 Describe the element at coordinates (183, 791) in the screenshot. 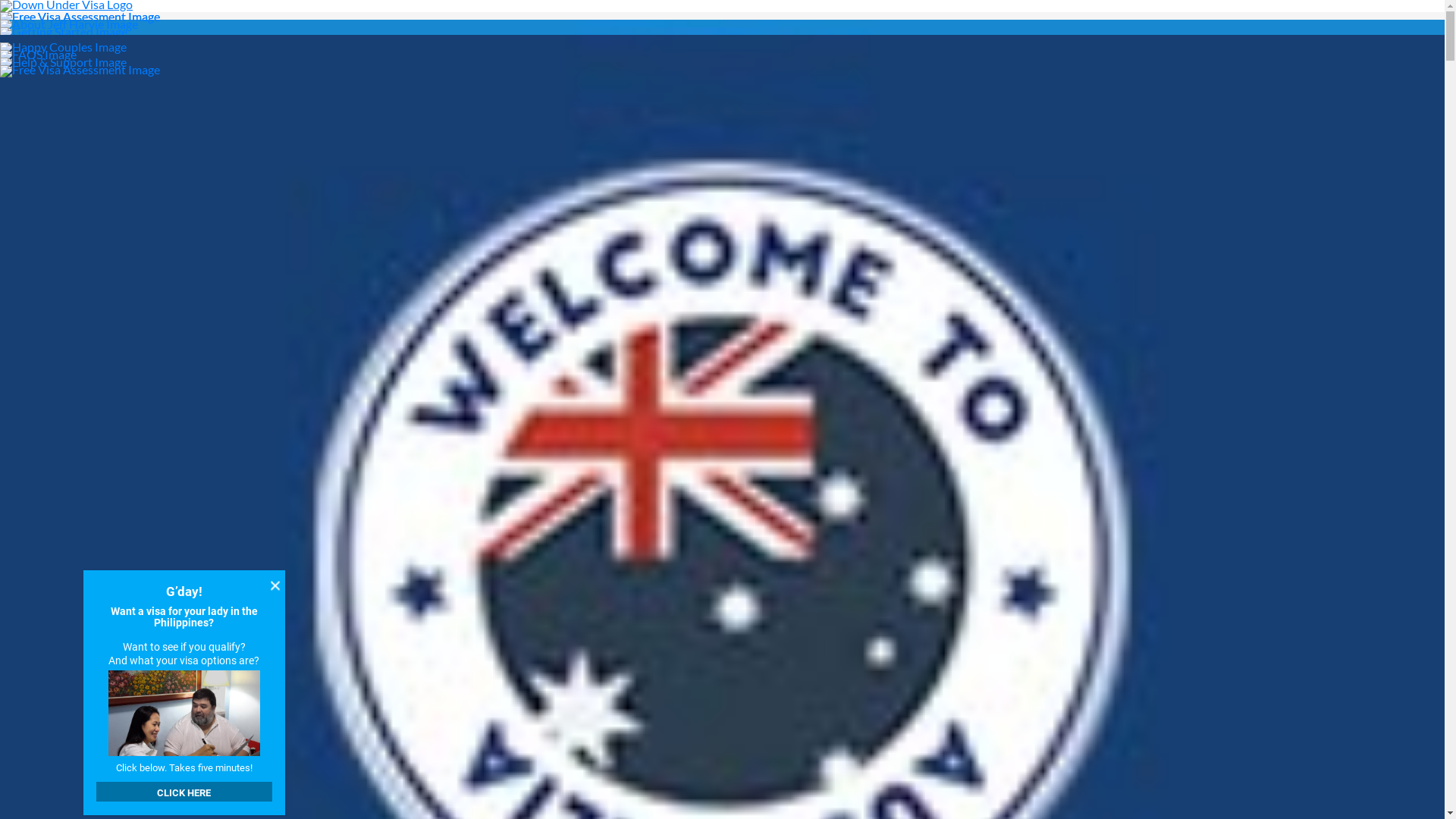

I see `'CLICK HERE'` at that location.